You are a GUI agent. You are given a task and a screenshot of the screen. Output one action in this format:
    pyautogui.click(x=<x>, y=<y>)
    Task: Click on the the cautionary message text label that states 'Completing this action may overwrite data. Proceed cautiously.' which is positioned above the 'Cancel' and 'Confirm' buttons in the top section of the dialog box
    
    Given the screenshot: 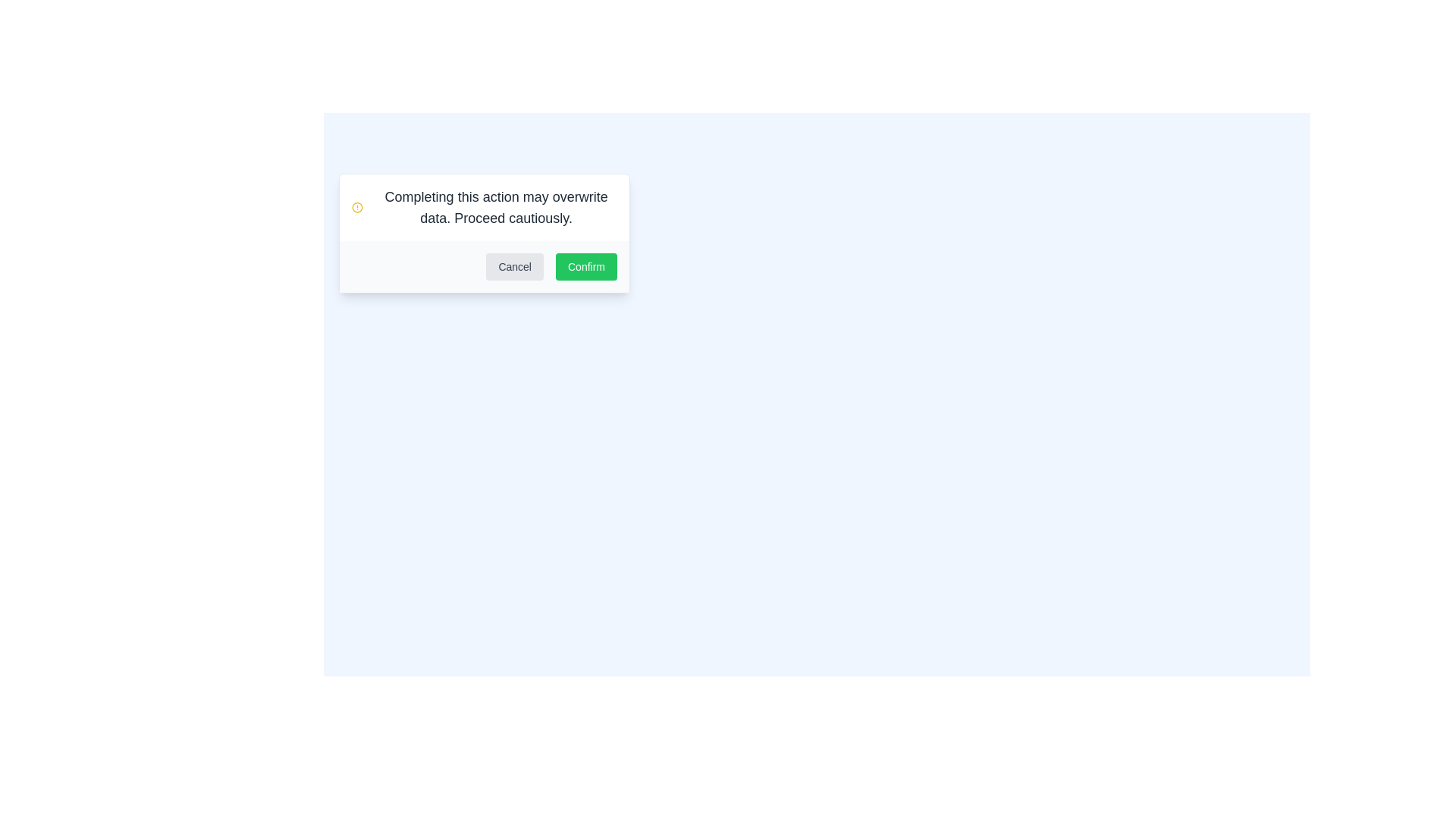 What is the action you would take?
    pyautogui.click(x=496, y=207)
    